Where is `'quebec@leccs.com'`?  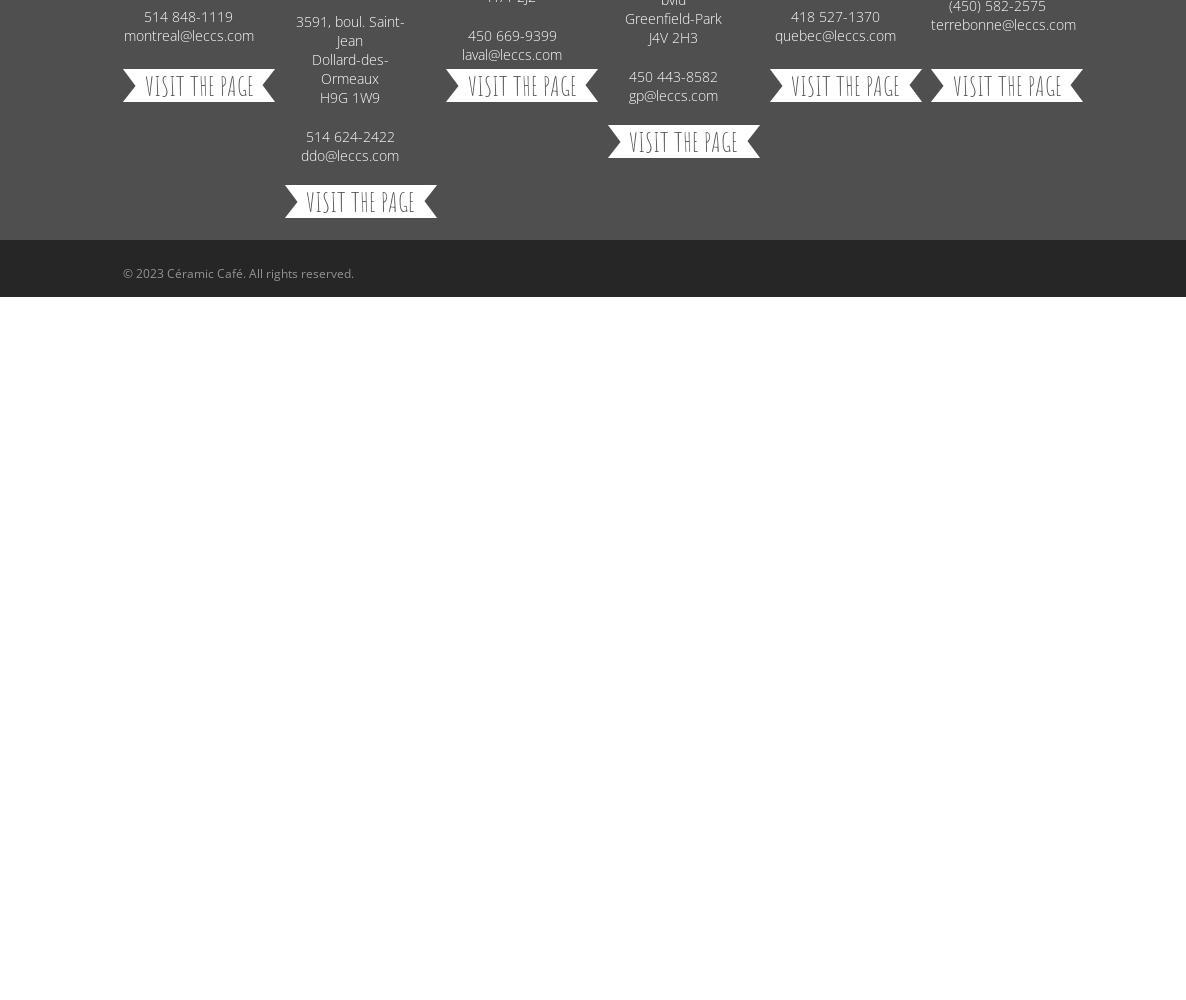 'quebec@leccs.com' is located at coordinates (833, 35).